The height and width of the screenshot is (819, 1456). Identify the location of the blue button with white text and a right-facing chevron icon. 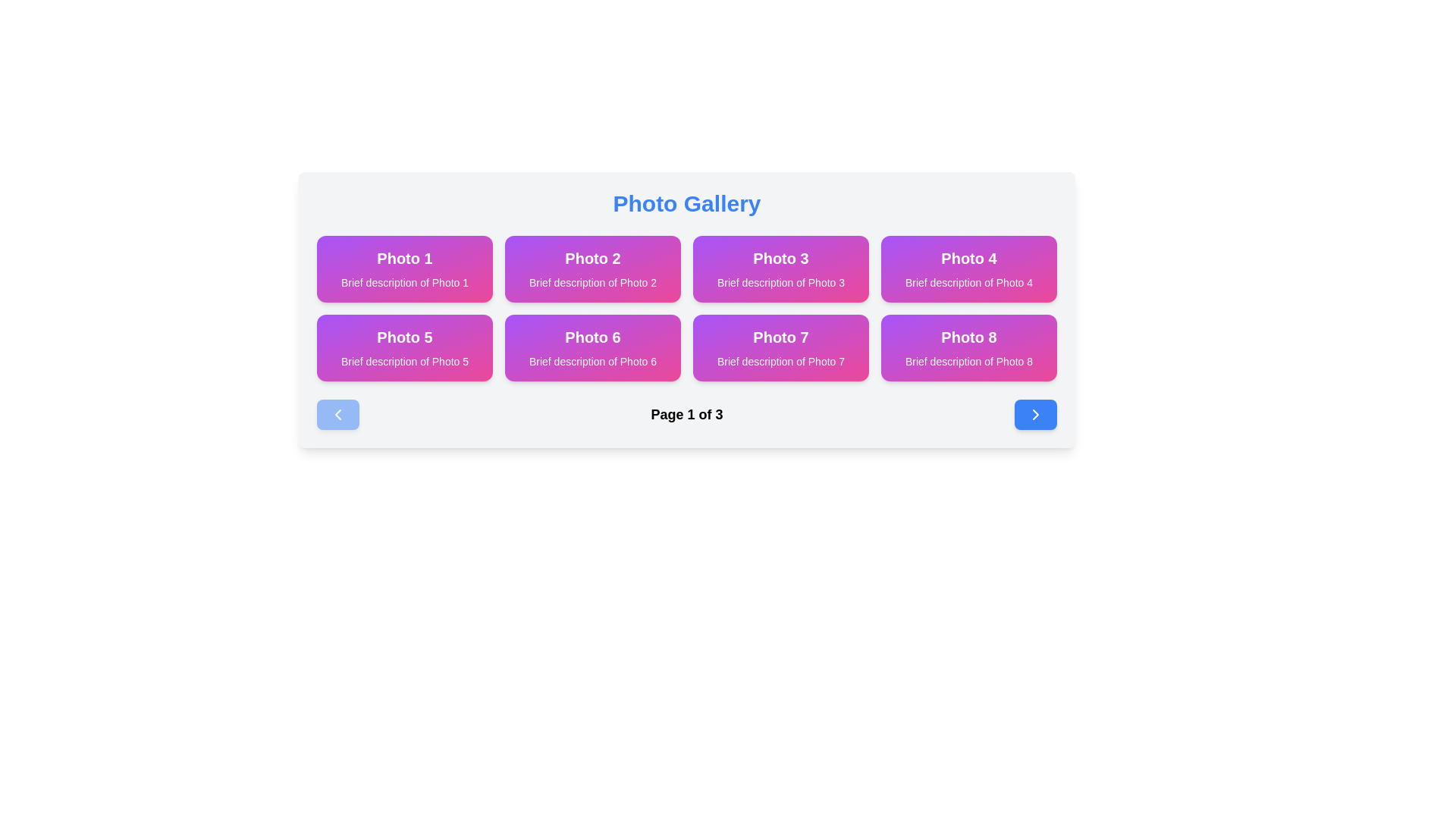
(1035, 415).